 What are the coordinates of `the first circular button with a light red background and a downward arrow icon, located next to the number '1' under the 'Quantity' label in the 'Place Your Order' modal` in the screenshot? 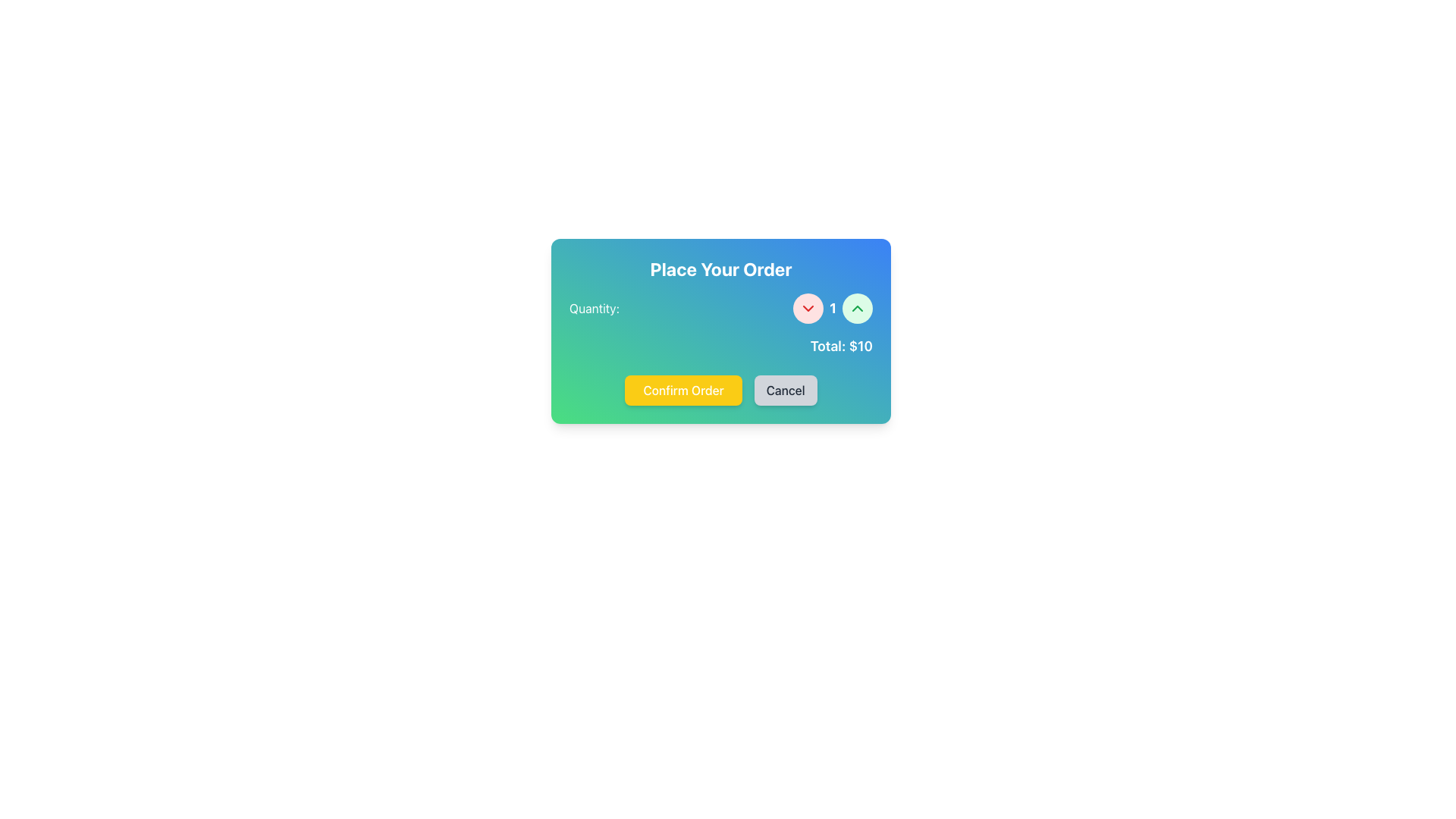 It's located at (808, 308).